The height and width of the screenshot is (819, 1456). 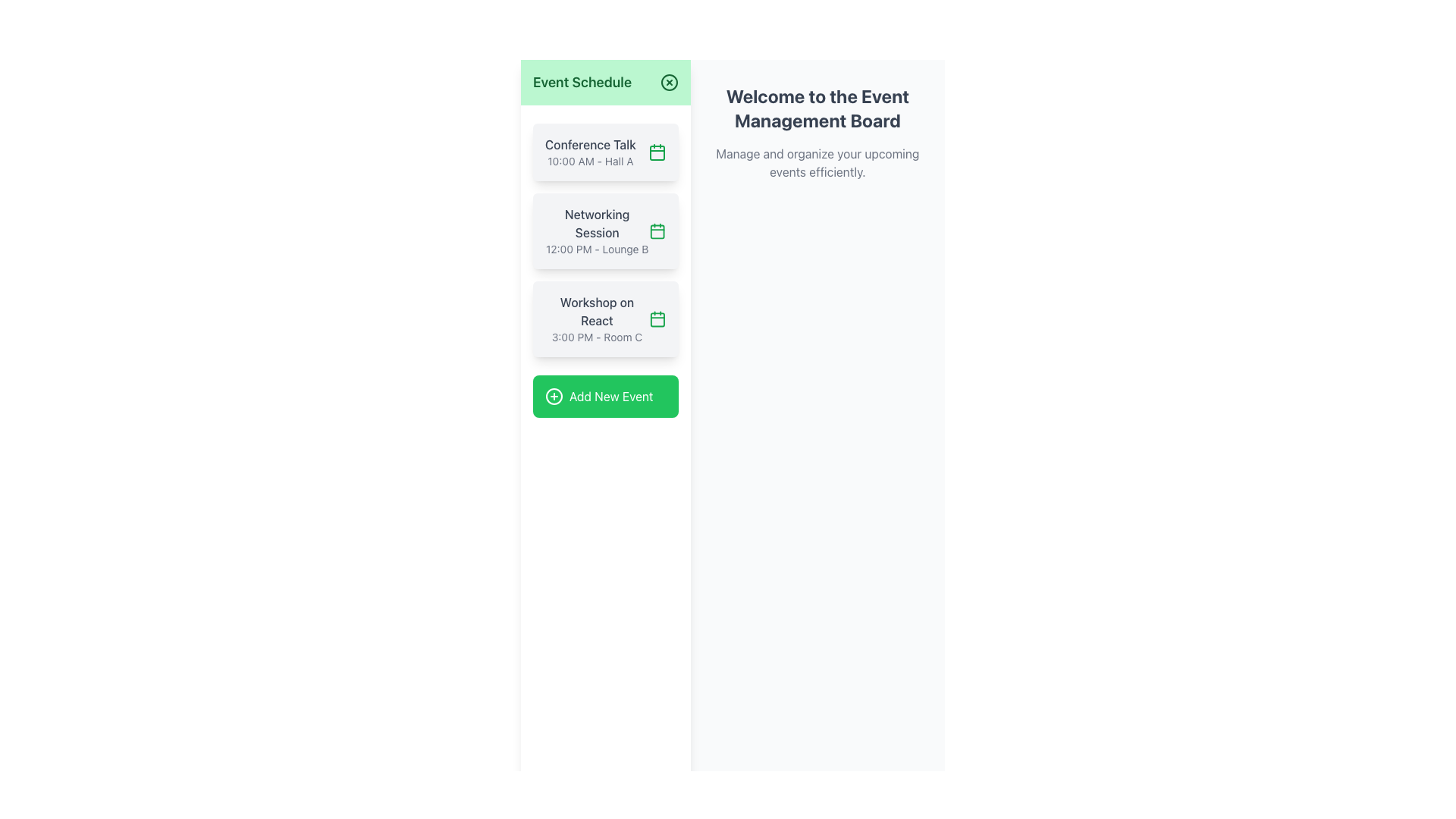 What do you see at coordinates (604, 152) in the screenshot?
I see `the first informational card in the 'Event Schedule' menu to get more details about the scheduled talk at 10:00 AM in Hall A` at bounding box center [604, 152].